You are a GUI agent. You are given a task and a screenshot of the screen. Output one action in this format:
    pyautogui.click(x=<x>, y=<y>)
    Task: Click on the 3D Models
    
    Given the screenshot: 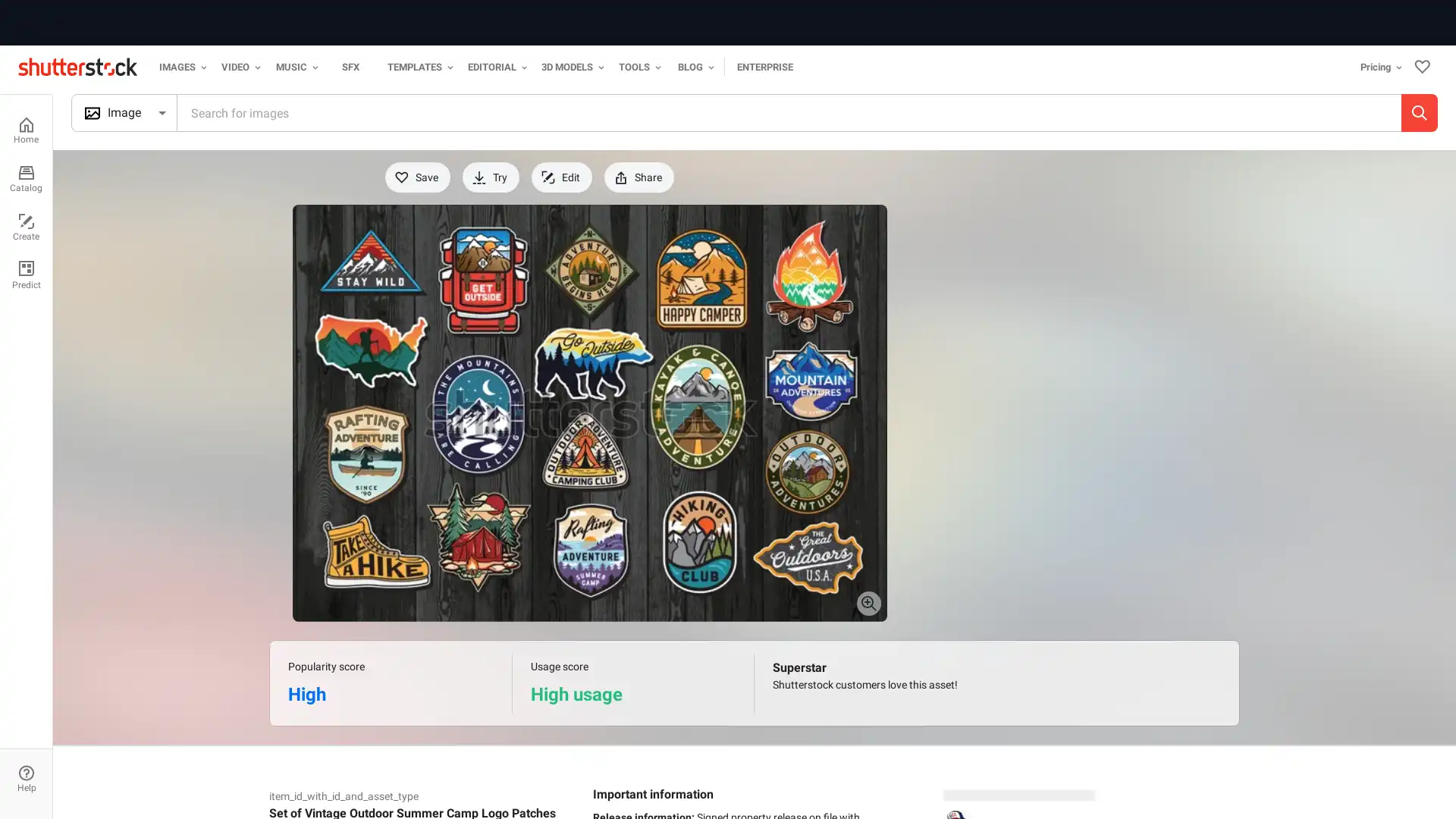 What is the action you would take?
    pyautogui.click(x=570, y=66)
    